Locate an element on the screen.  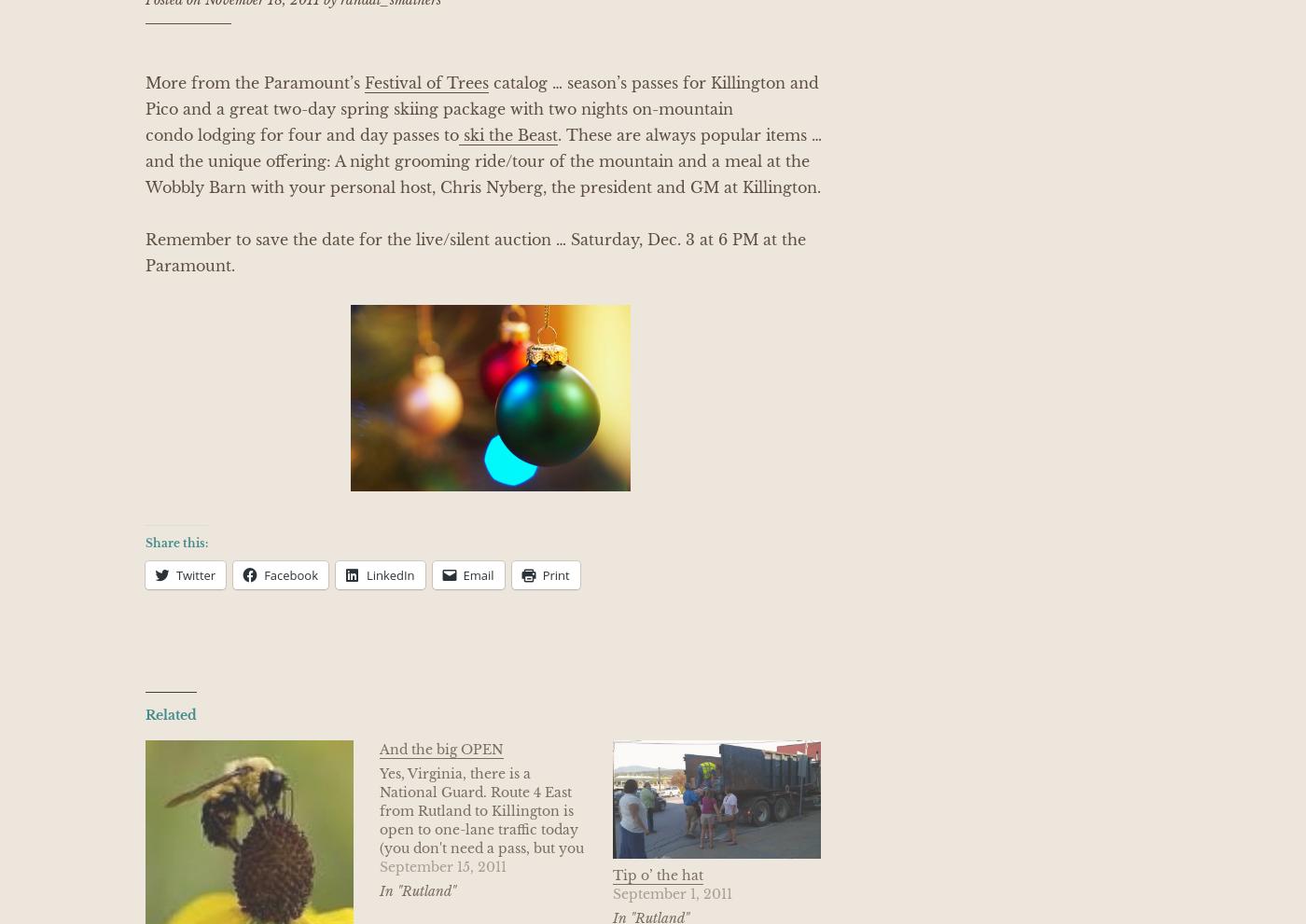
'Email' is located at coordinates (478, 574).